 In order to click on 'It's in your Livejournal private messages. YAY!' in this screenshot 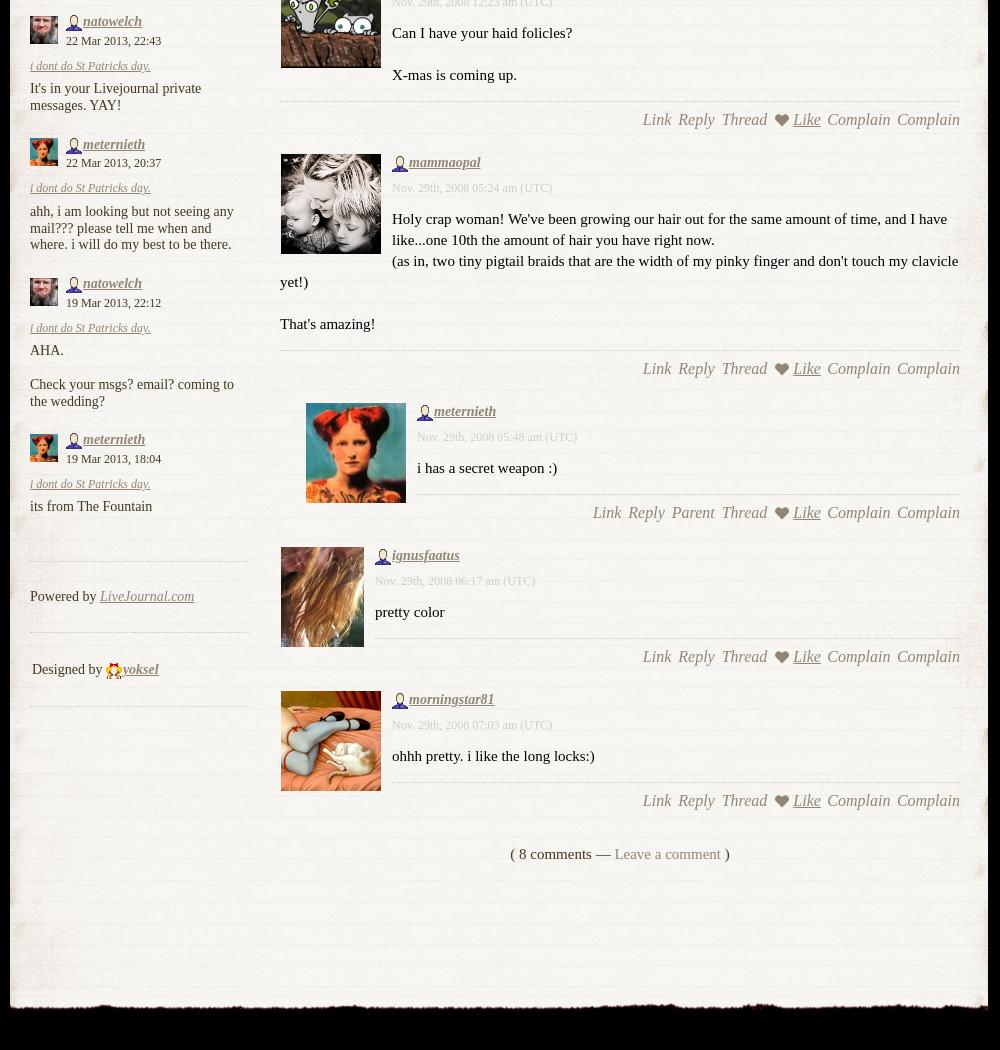, I will do `click(114, 97)`.